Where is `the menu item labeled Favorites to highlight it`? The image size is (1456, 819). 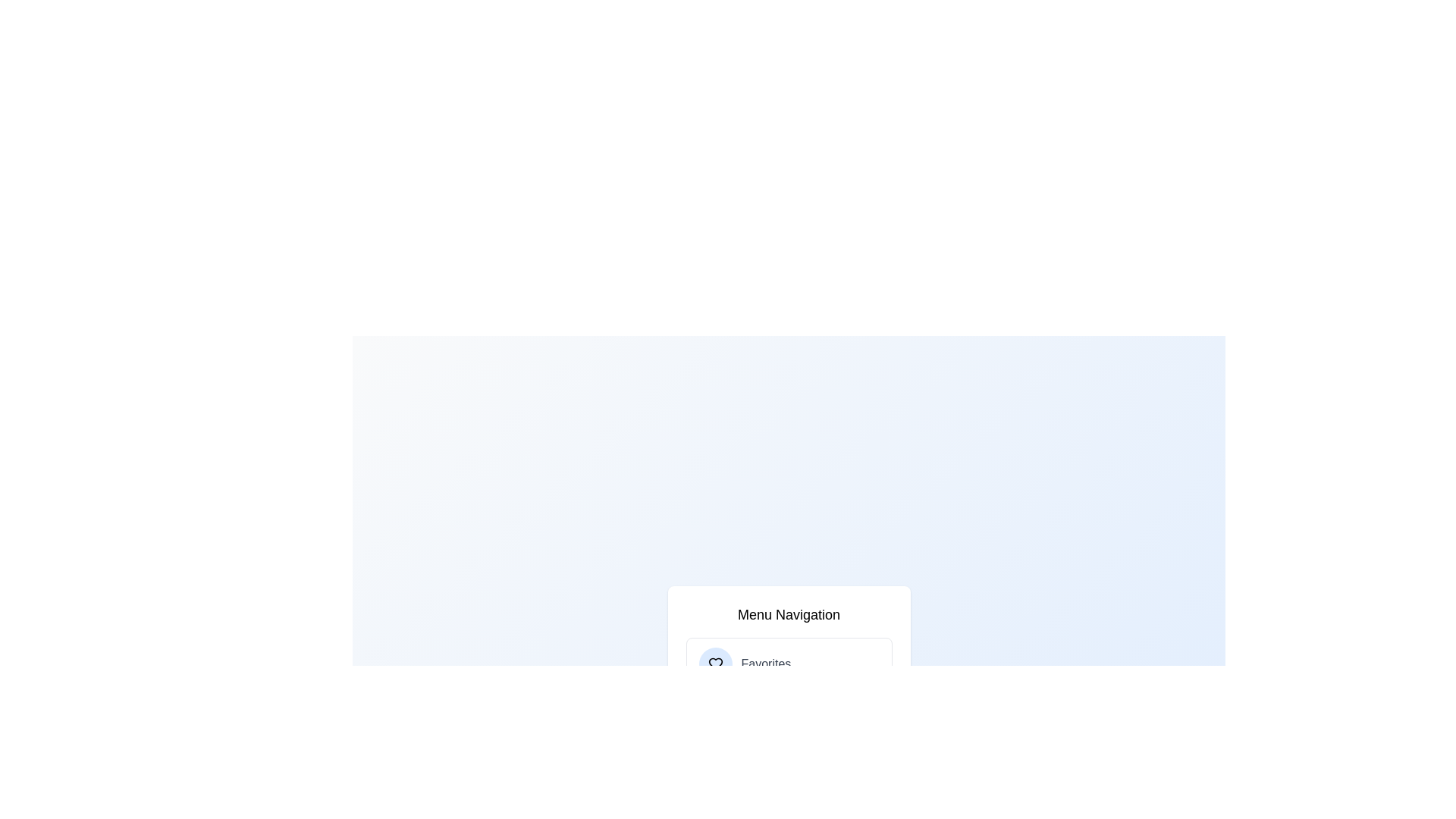
the menu item labeled Favorites to highlight it is located at coordinates (789, 663).